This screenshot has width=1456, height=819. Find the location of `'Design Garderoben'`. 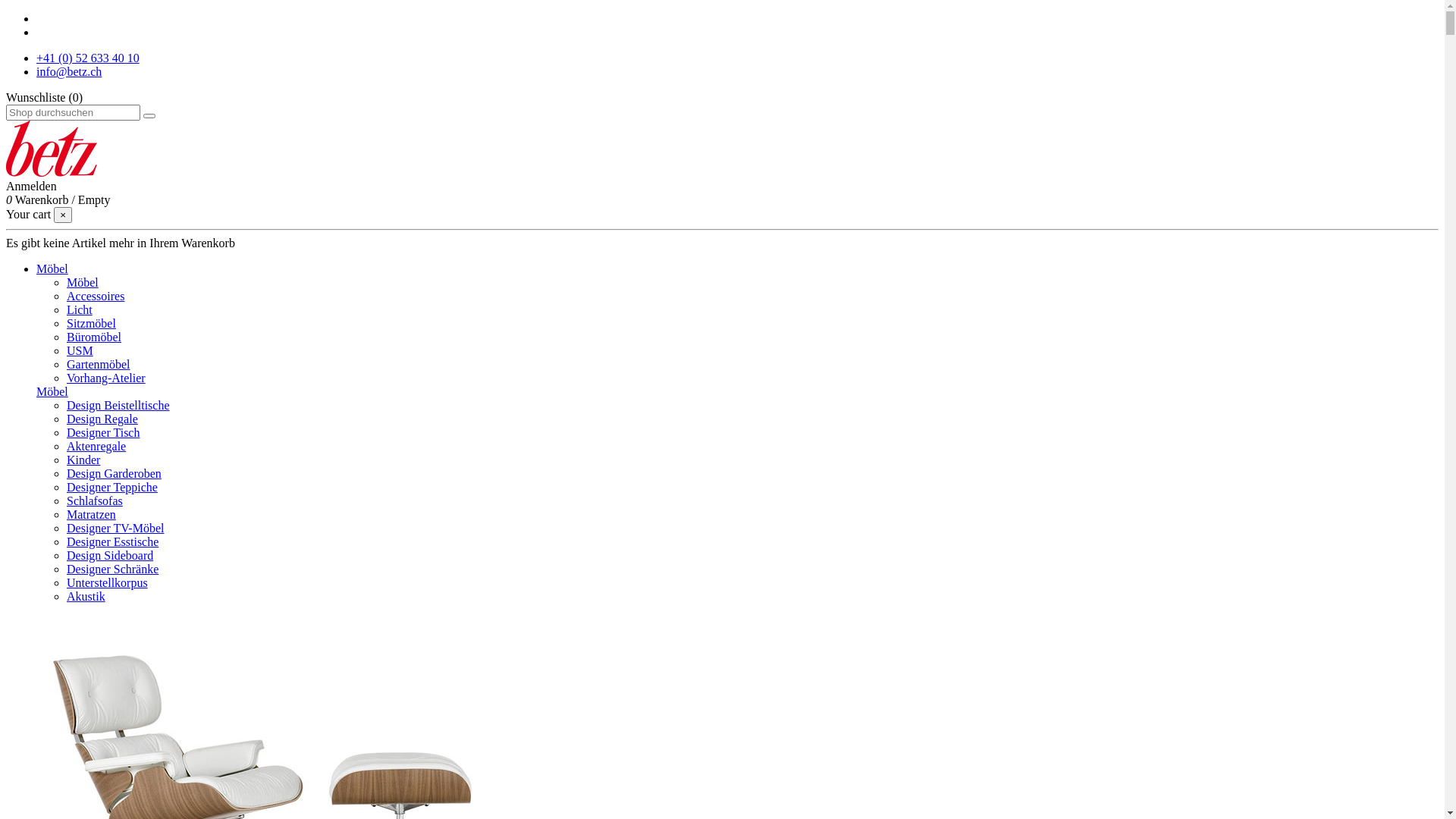

'Design Garderoben' is located at coordinates (113, 472).